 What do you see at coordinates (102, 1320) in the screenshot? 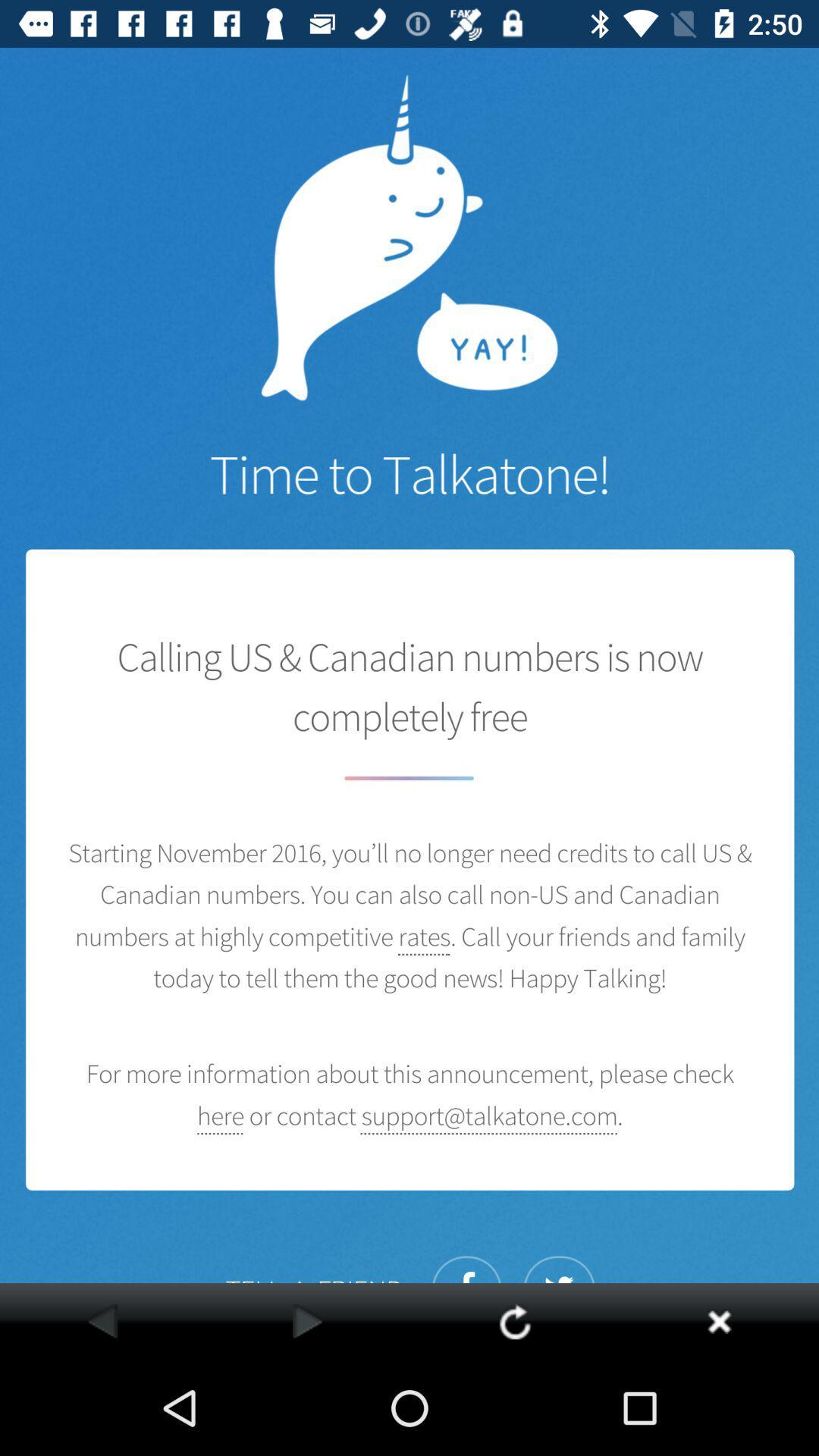
I see `go back` at bounding box center [102, 1320].